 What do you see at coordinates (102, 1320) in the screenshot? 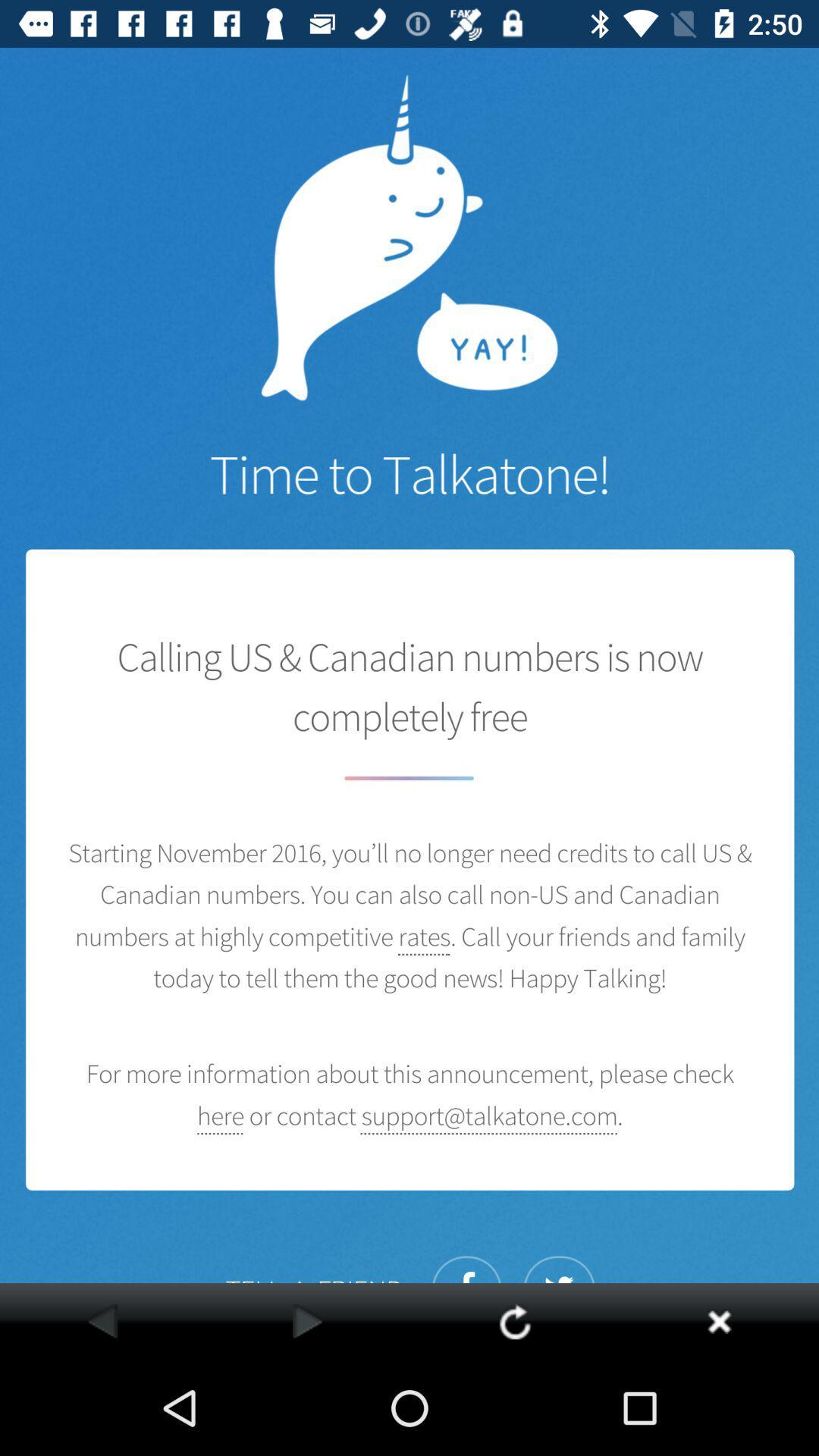
I see `go back` at bounding box center [102, 1320].